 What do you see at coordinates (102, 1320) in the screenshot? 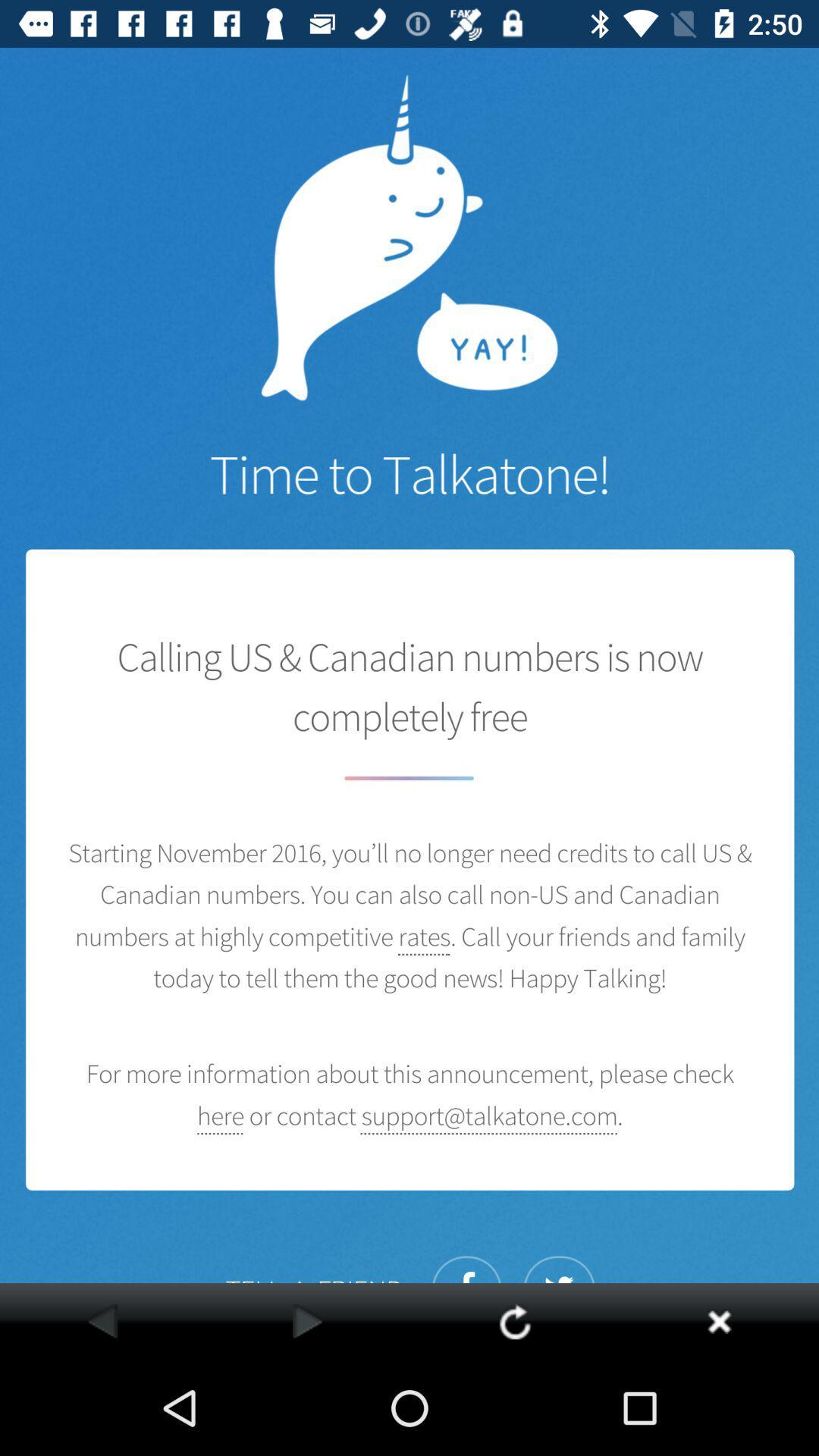
I see `go back` at bounding box center [102, 1320].